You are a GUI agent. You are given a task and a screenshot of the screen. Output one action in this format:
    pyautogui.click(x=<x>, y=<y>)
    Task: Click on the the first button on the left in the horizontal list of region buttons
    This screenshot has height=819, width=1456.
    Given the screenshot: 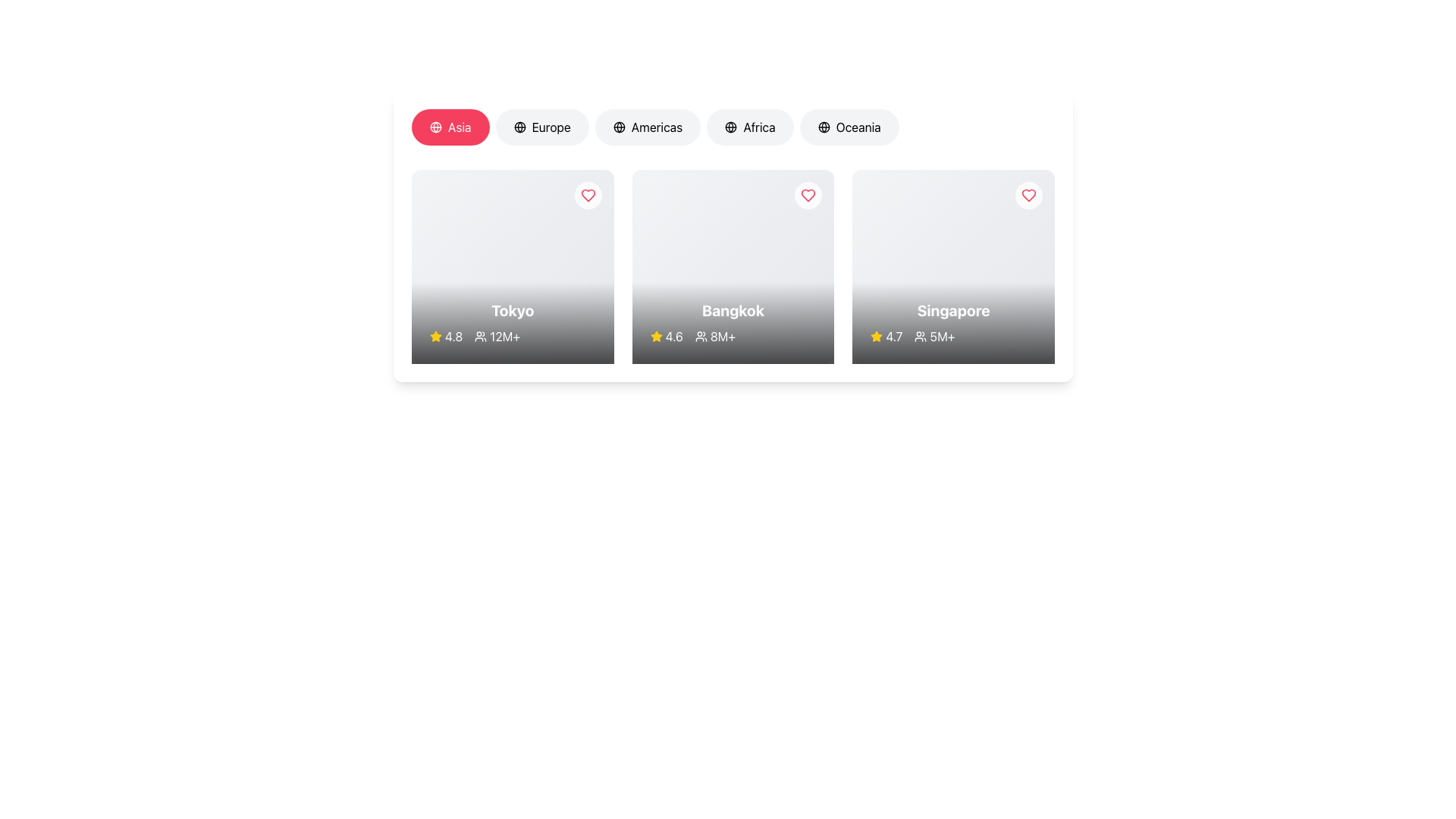 What is the action you would take?
    pyautogui.click(x=450, y=127)
    